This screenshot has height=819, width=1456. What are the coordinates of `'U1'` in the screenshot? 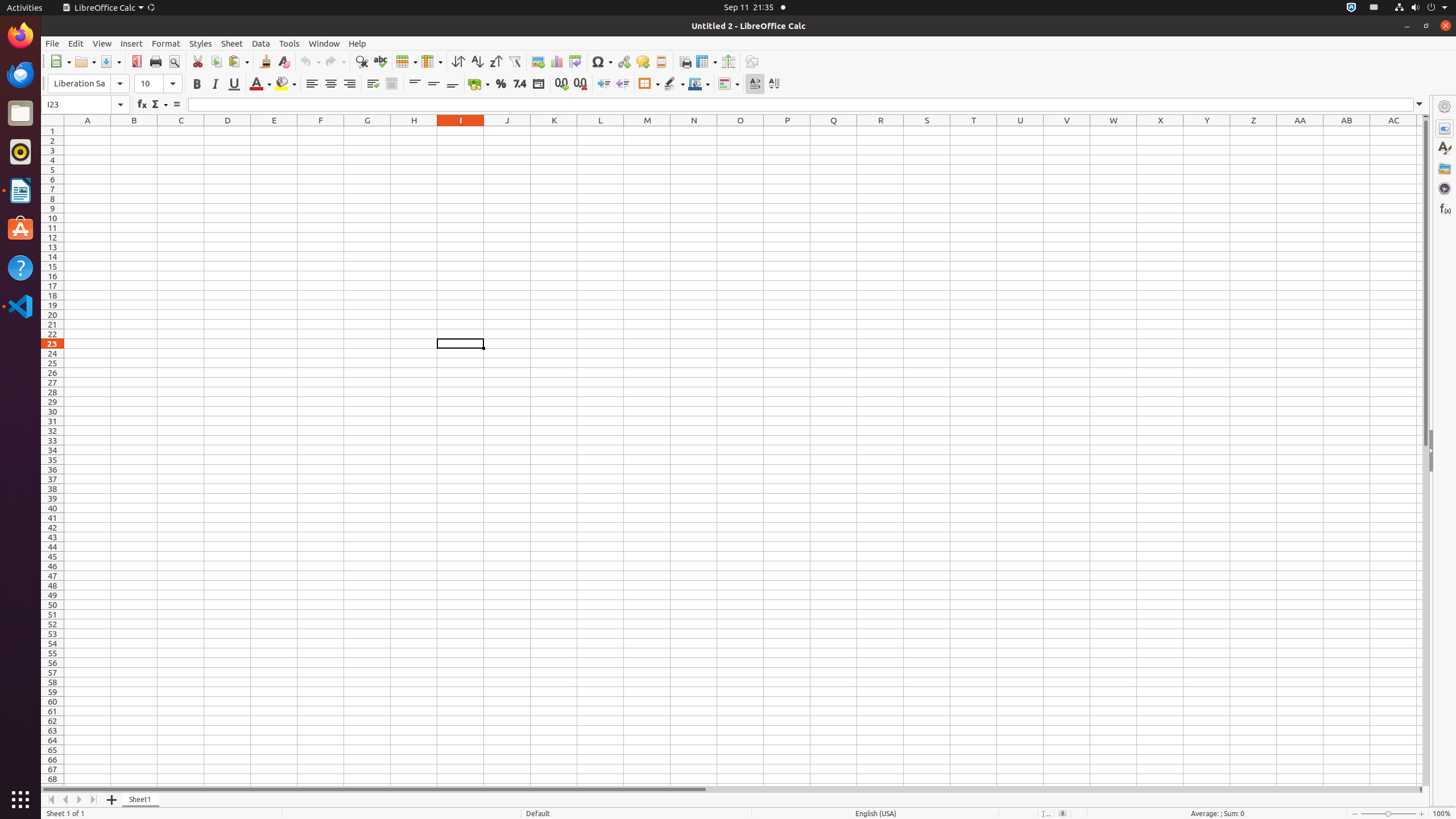 It's located at (1020, 130).